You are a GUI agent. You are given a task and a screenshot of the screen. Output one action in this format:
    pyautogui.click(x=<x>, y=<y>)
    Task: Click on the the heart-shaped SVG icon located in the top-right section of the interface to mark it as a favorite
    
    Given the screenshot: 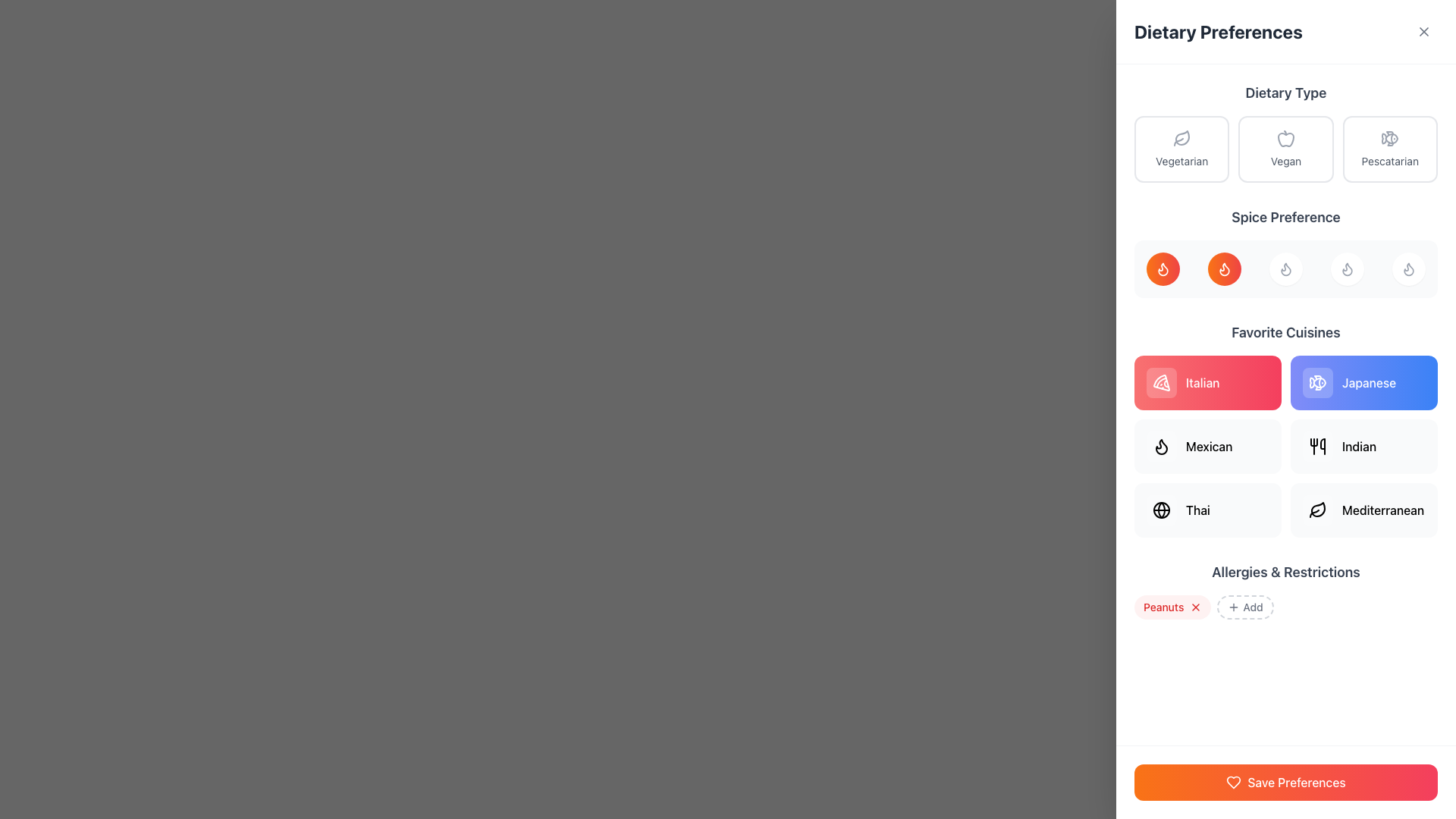 What is the action you would take?
    pyautogui.click(x=1234, y=783)
    